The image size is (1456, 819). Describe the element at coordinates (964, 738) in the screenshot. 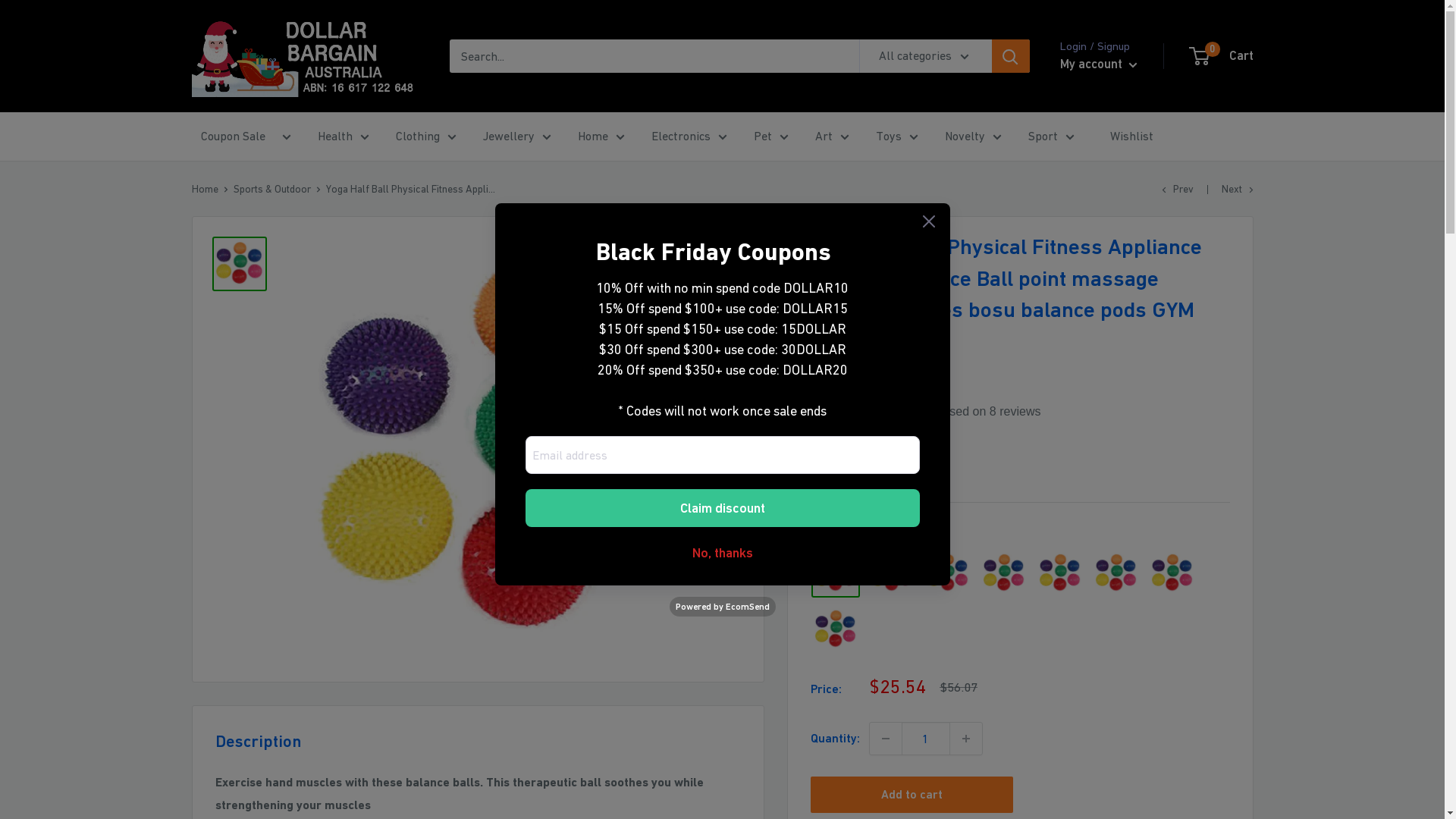

I see `'Increase quantity by 1'` at that location.